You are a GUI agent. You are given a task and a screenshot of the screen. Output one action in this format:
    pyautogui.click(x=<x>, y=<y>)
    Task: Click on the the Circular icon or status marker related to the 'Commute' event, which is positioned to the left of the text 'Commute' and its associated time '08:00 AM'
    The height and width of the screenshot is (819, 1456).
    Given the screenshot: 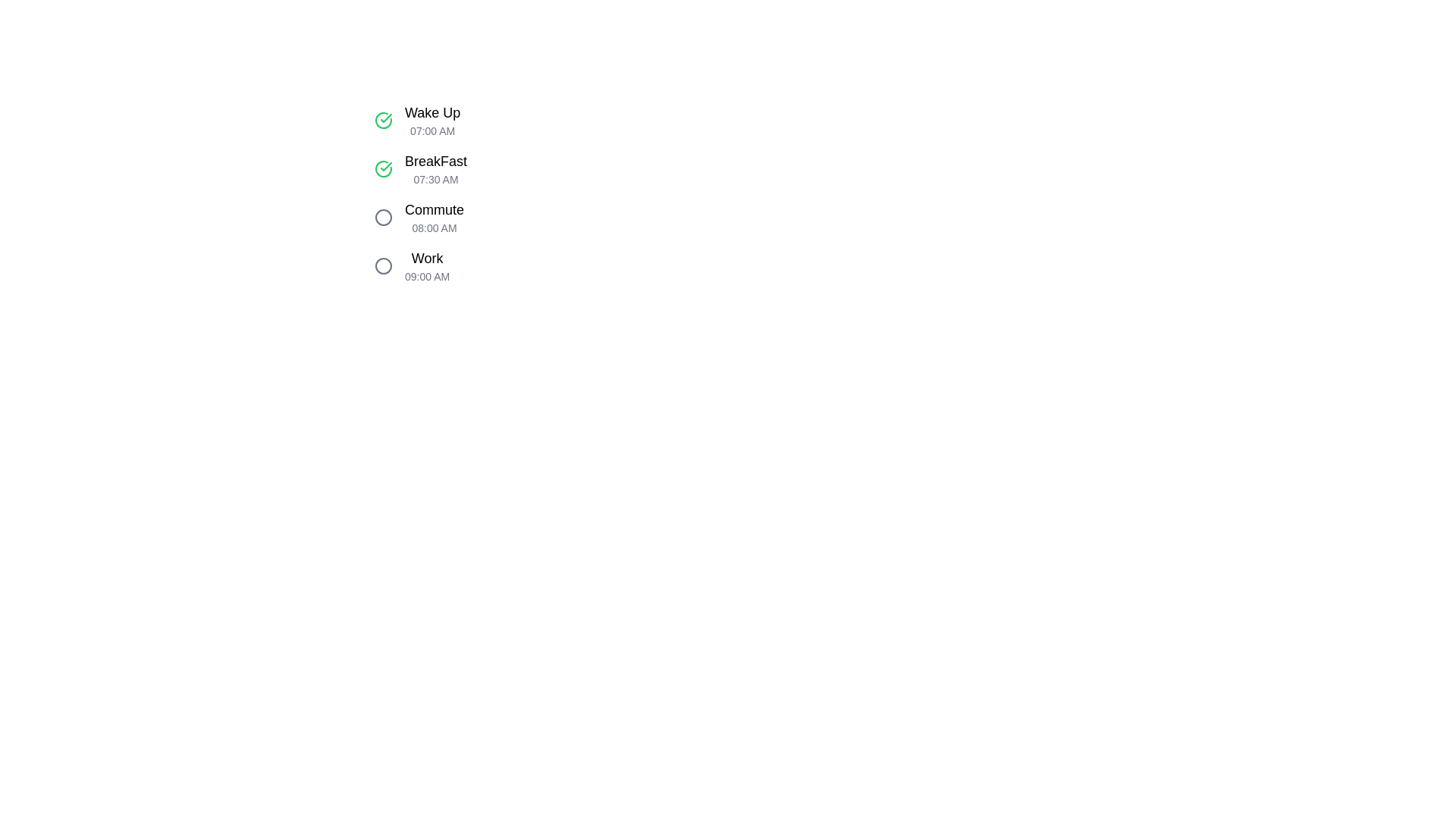 What is the action you would take?
    pyautogui.click(x=383, y=217)
    